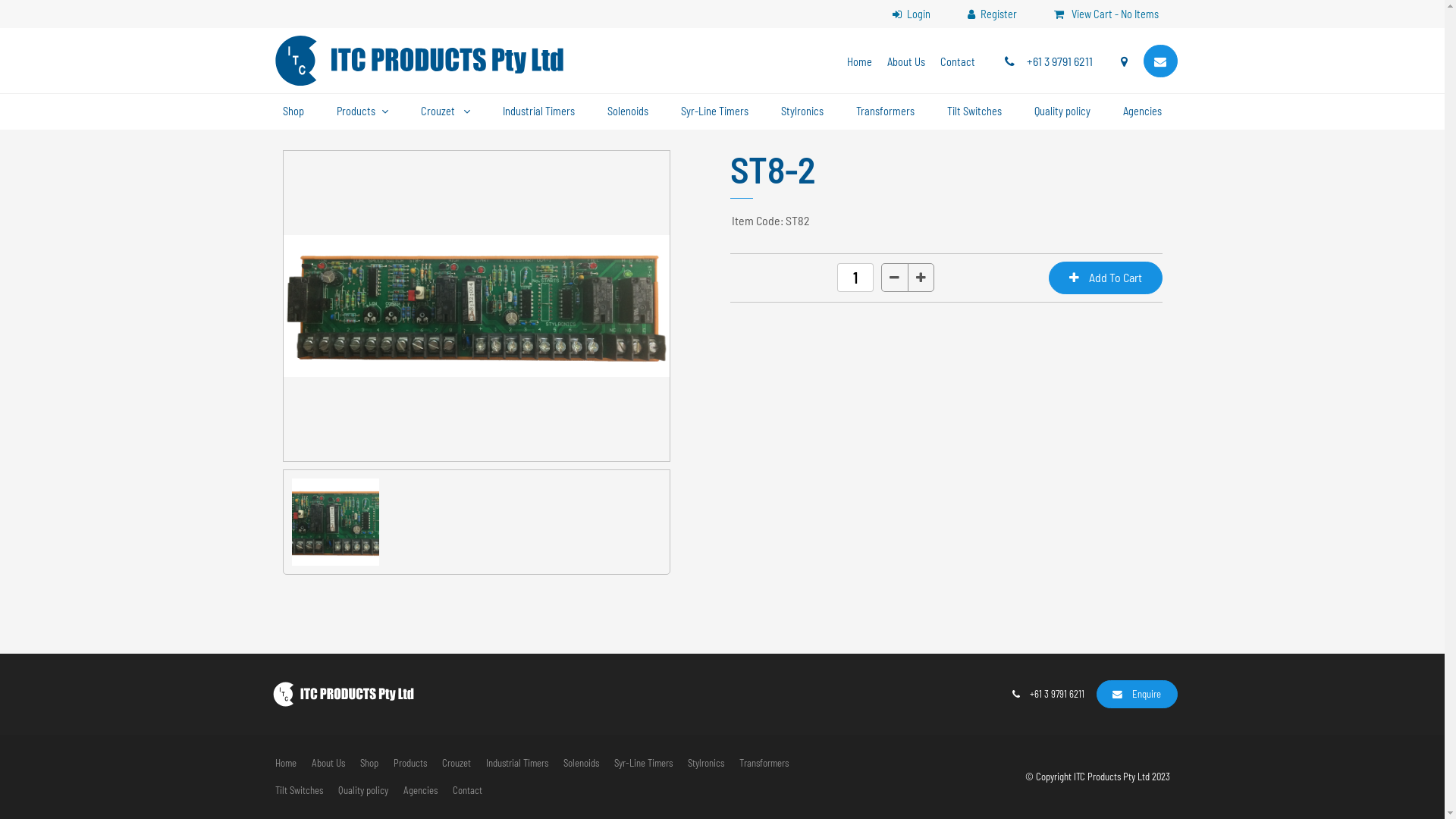  Describe the element at coordinates (396, 789) in the screenshot. I see `'Agencies'` at that location.